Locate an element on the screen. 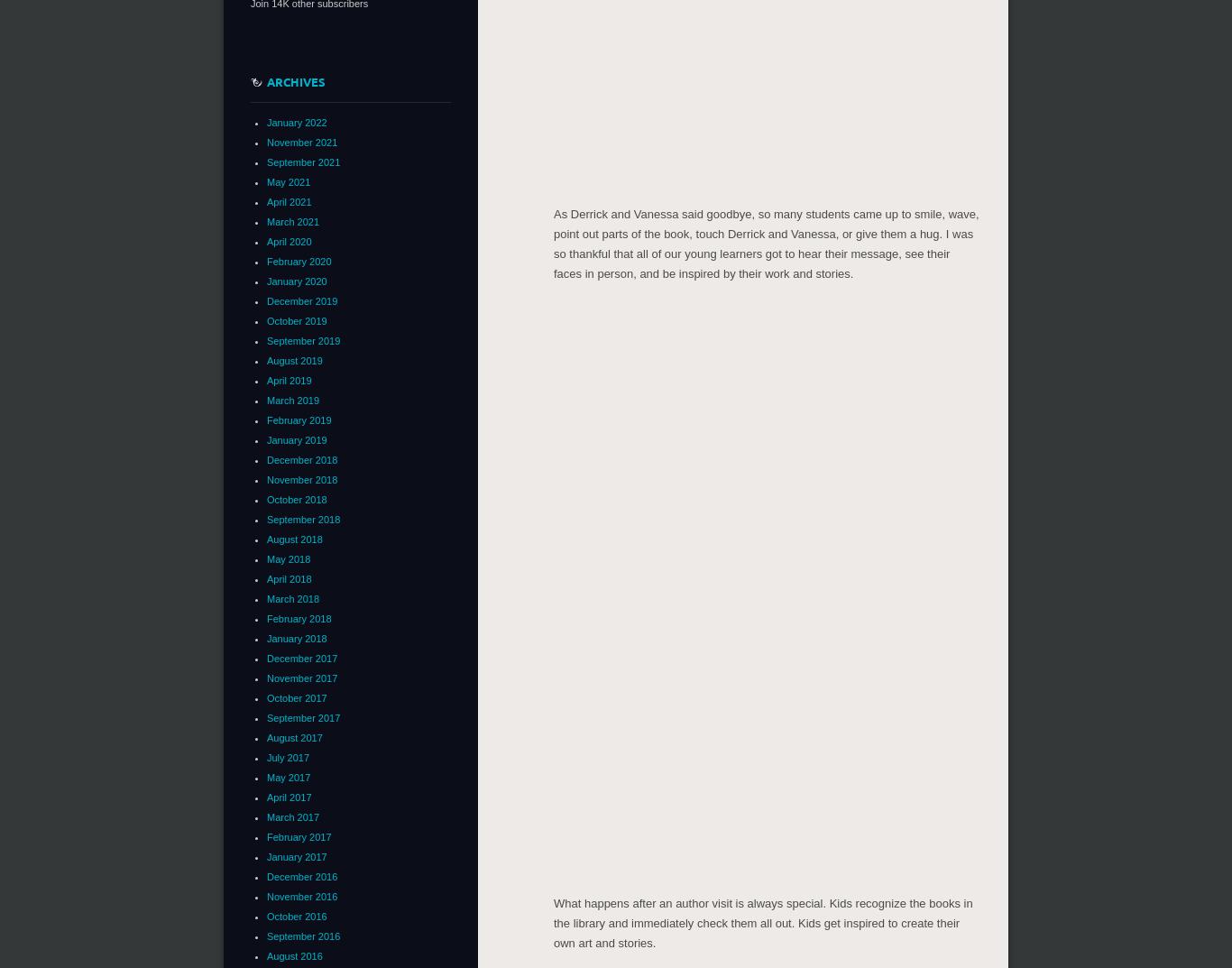 This screenshot has width=1232, height=968. 'February 2018' is located at coordinates (299, 618).